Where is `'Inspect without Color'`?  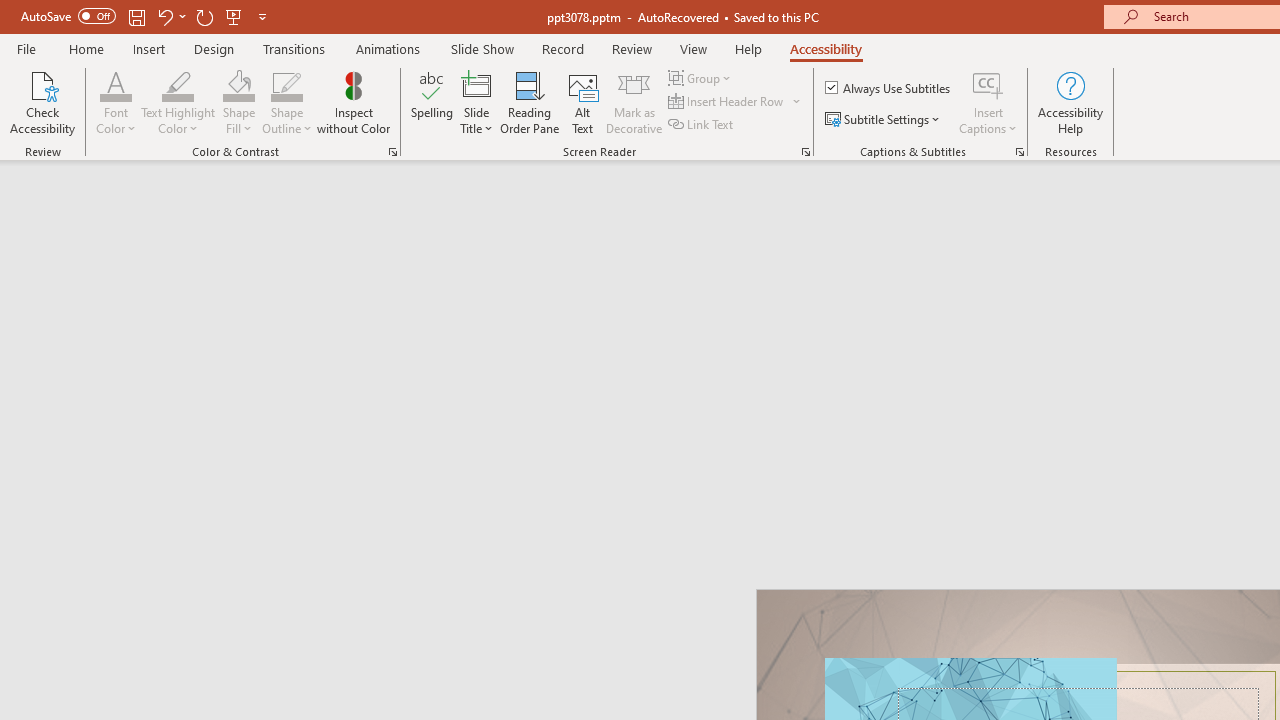
'Inspect without Color' is located at coordinates (353, 103).